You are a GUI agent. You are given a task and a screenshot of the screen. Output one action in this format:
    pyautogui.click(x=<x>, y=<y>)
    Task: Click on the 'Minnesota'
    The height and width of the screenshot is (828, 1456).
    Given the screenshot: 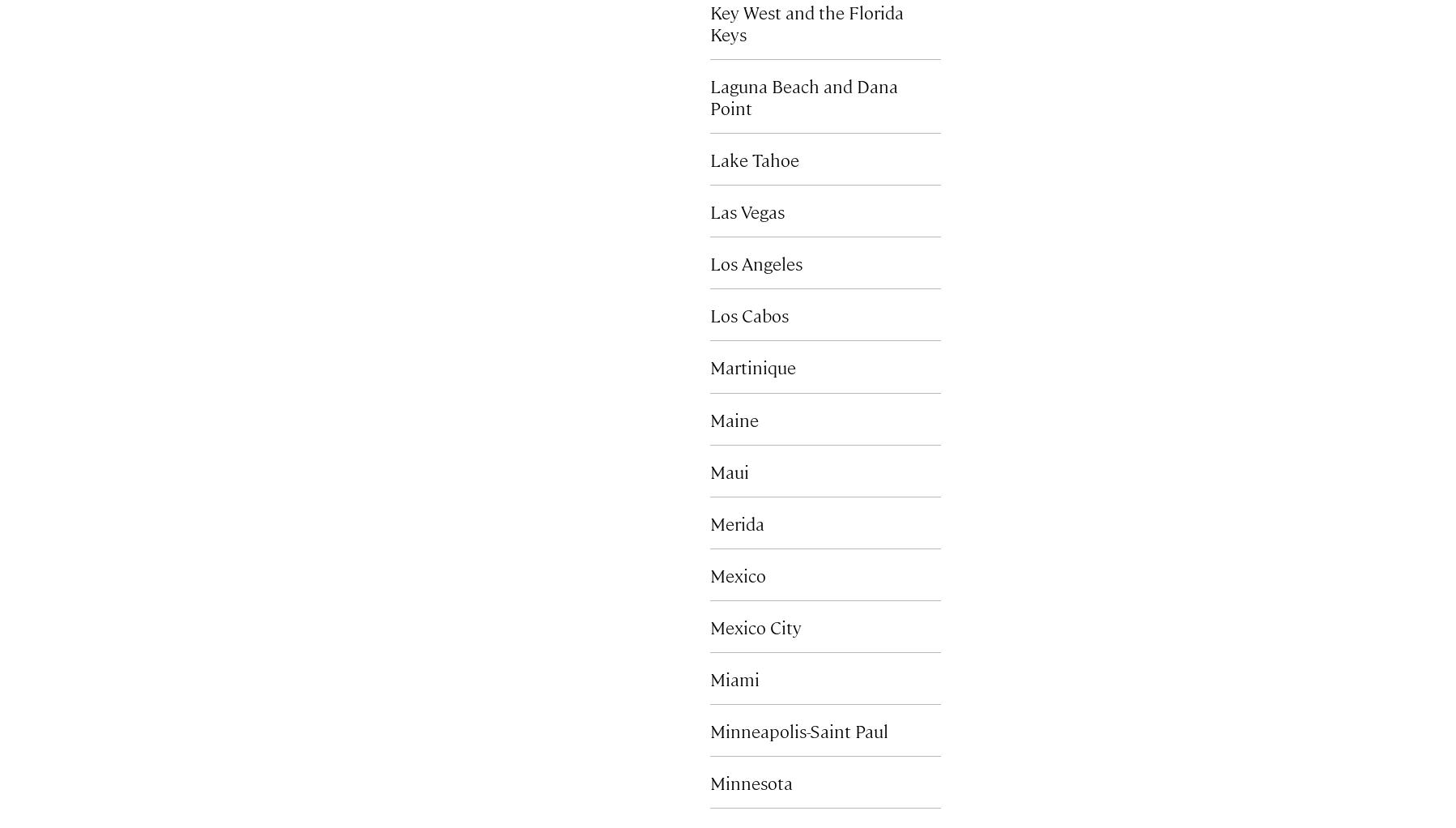 What is the action you would take?
    pyautogui.click(x=750, y=780)
    